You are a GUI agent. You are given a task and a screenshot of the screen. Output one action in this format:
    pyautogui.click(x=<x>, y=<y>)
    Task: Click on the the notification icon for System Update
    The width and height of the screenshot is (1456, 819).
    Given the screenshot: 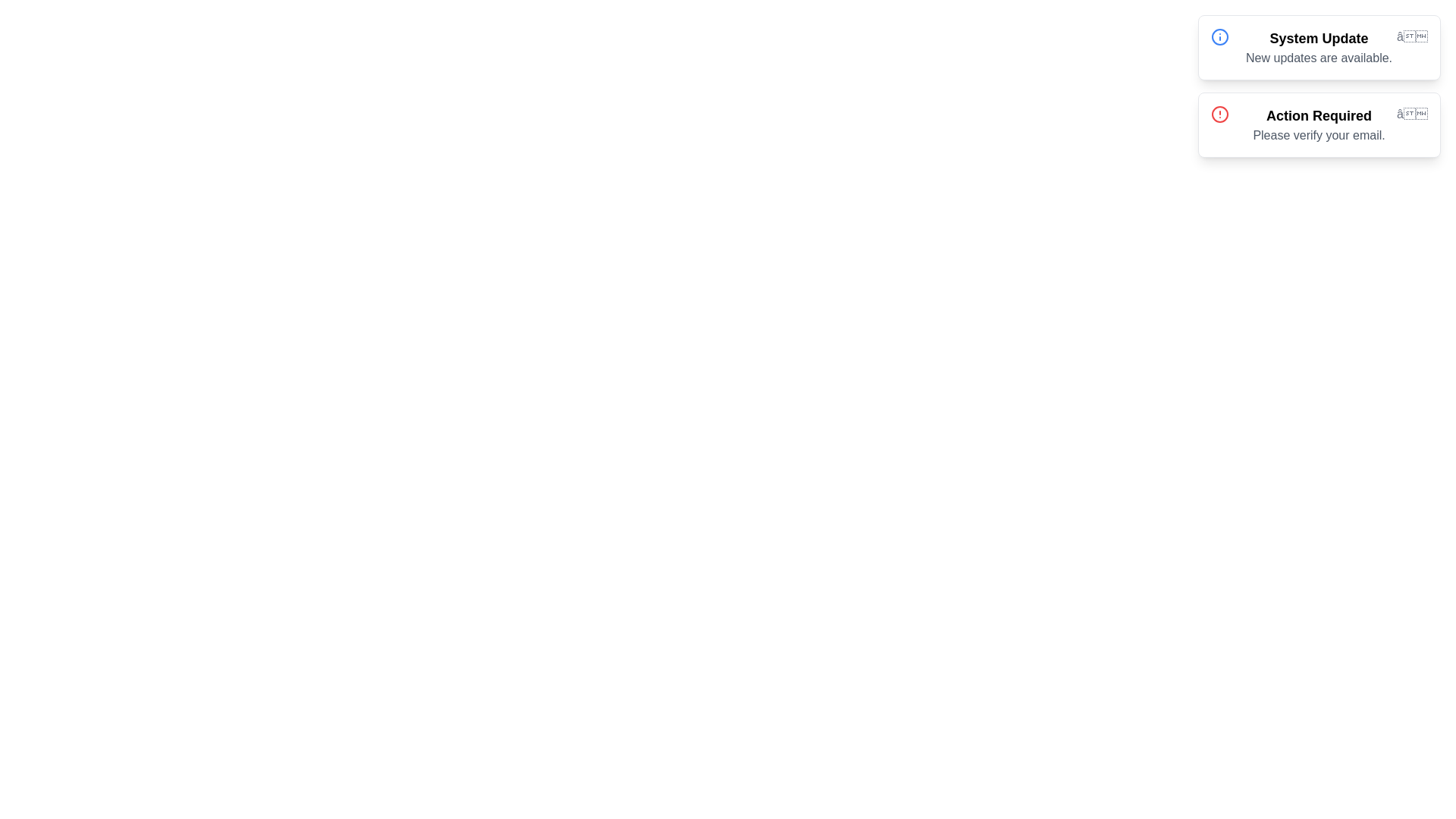 What is the action you would take?
    pyautogui.click(x=1411, y=36)
    